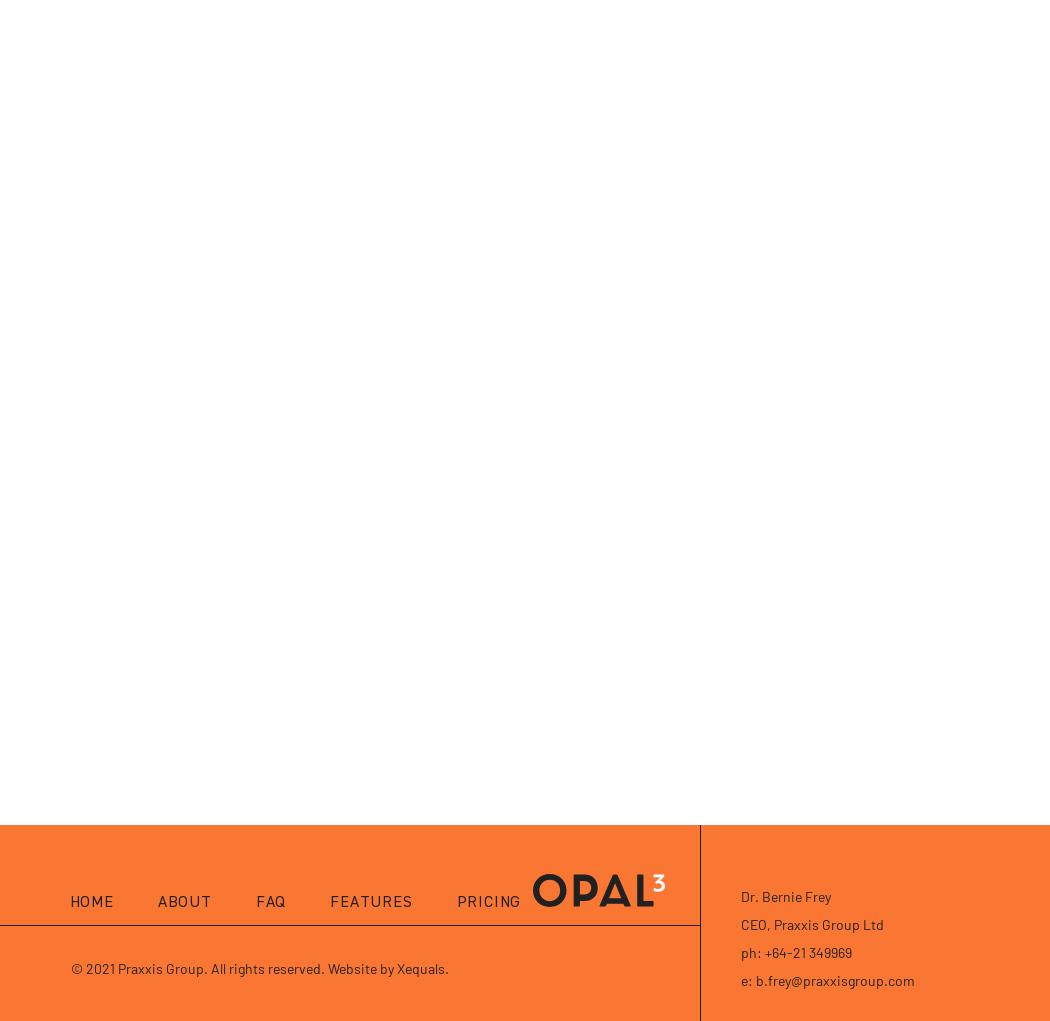 This screenshot has width=1050, height=1021. What do you see at coordinates (795, 951) in the screenshot?
I see `'ph: +64-21 349969'` at bounding box center [795, 951].